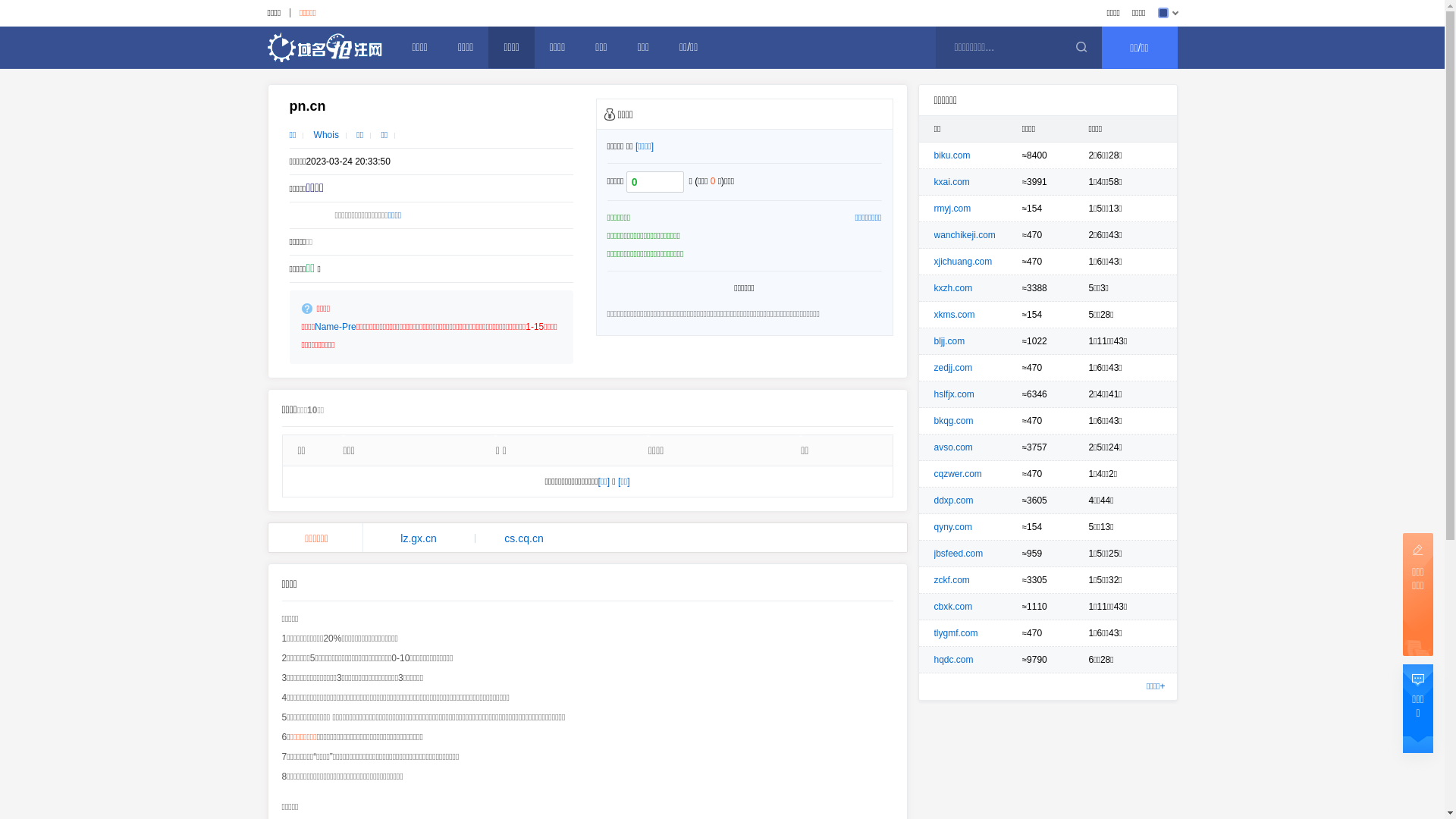 This screenshot has width=1456, height=819. What do you see at coordinates (934, 341) in the screenshot?
I see `'bljj.com'` at bounding box center [934, 341].